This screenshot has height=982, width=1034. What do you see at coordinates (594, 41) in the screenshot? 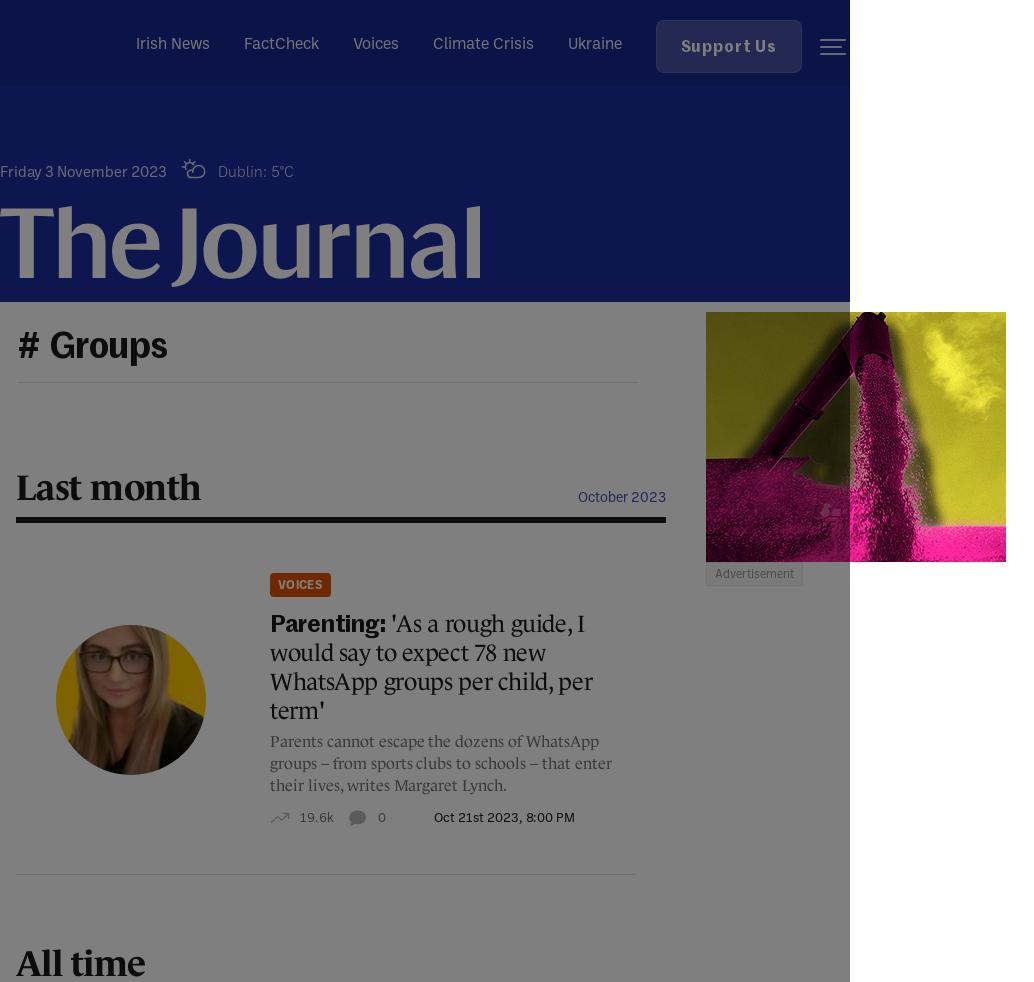
I see `'Ukraine'` at bounding box center [594, 41].